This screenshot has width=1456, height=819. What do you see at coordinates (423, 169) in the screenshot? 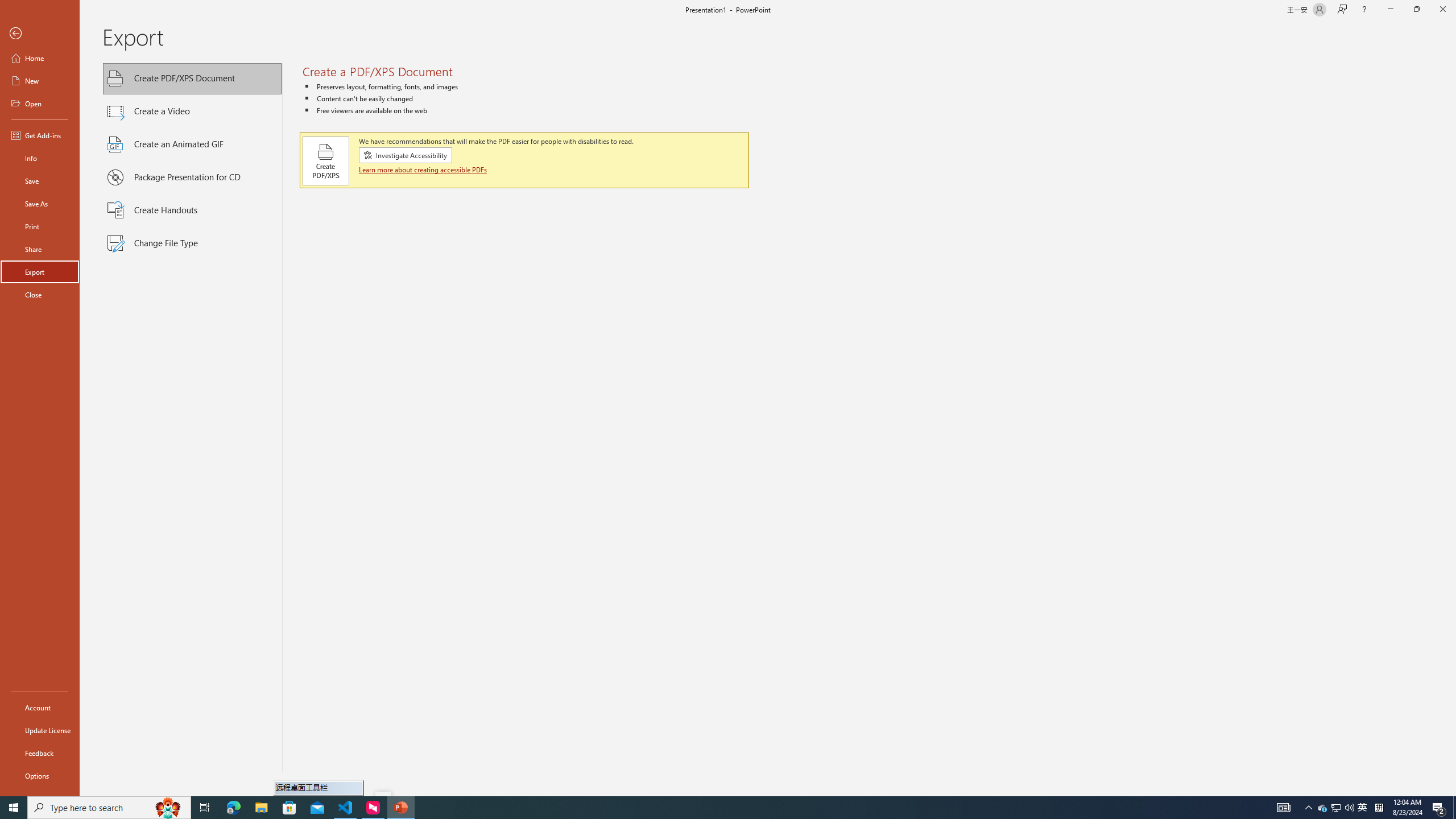
I see `'Learn more about creating accessible PDFs'` at bounding box center [423, 169].